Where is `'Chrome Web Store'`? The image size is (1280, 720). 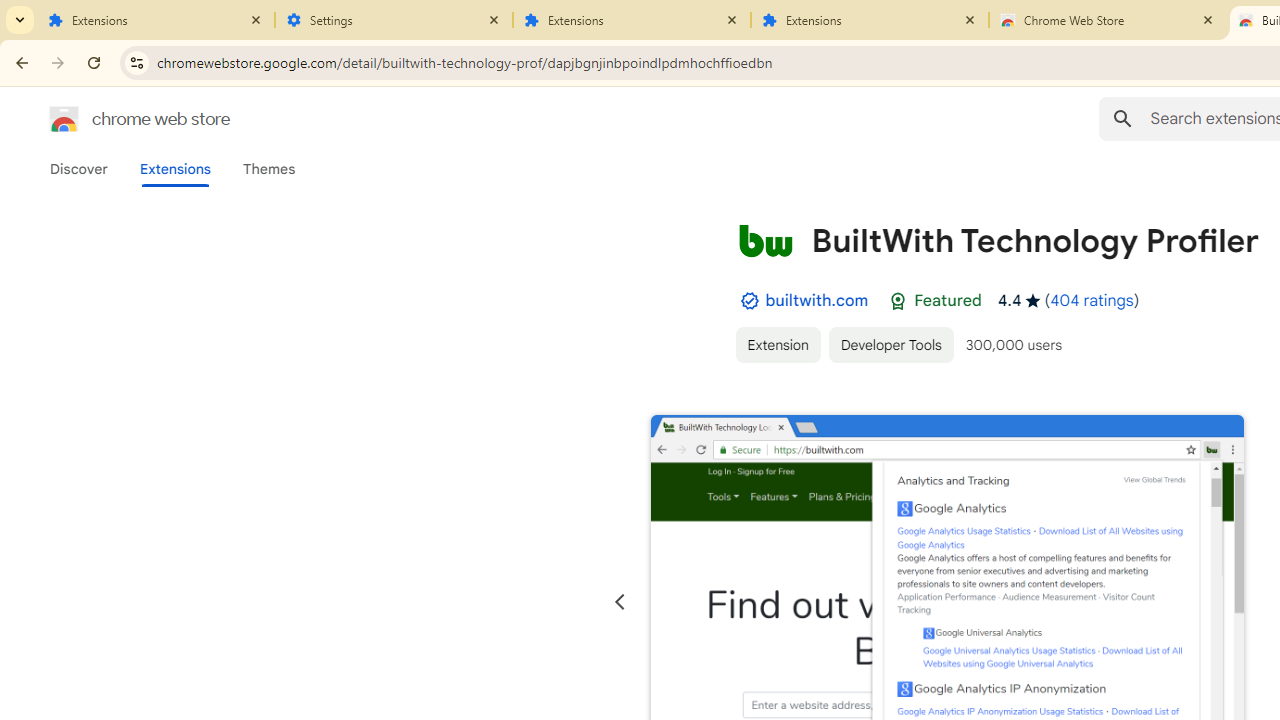
'Chrome Web Store' is located at coordinates (1107, 20).